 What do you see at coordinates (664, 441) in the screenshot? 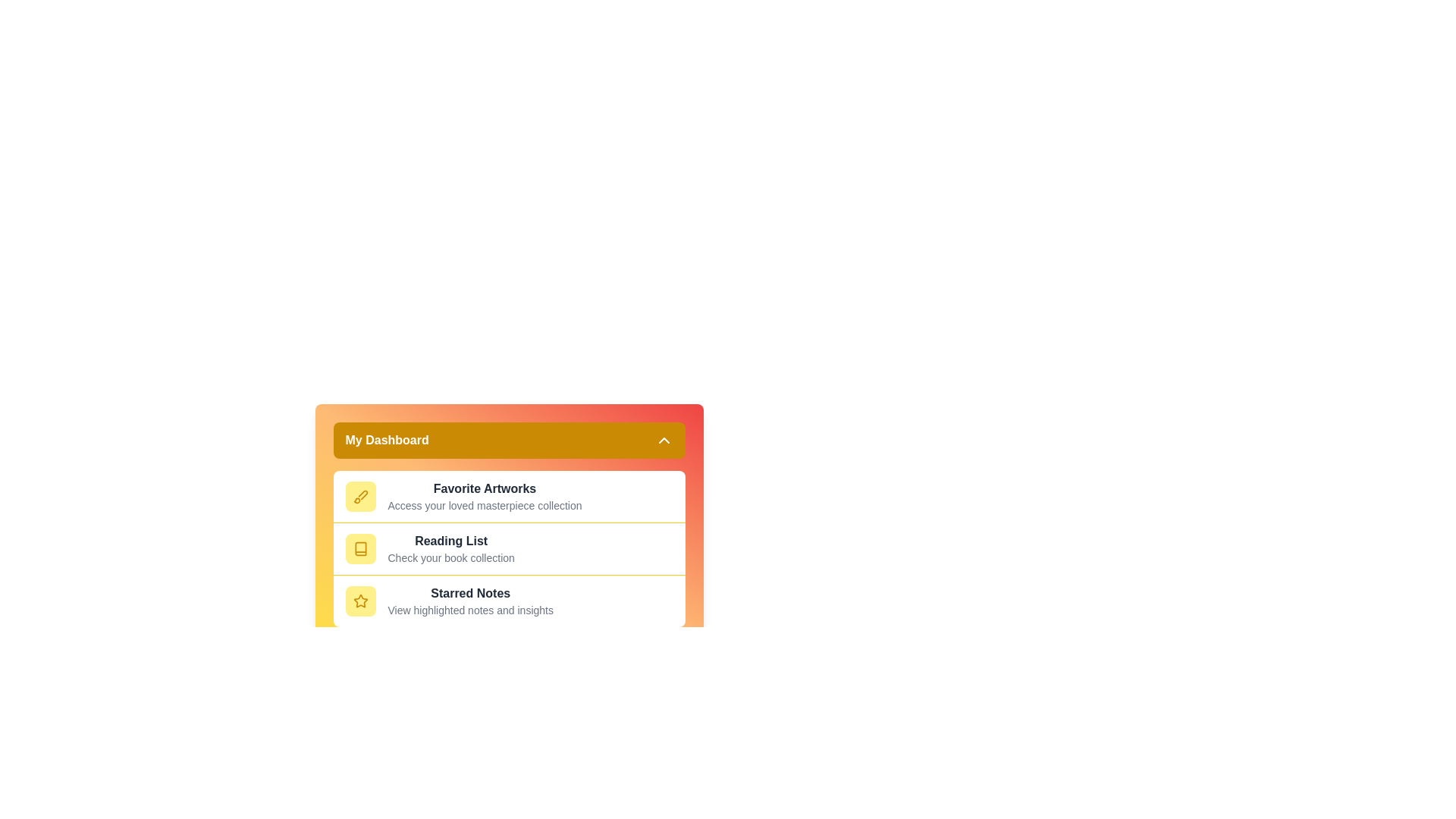
I see `the icon located at the far-right corner of the 'My Dashboard' header` at bounding box center [664, 441].